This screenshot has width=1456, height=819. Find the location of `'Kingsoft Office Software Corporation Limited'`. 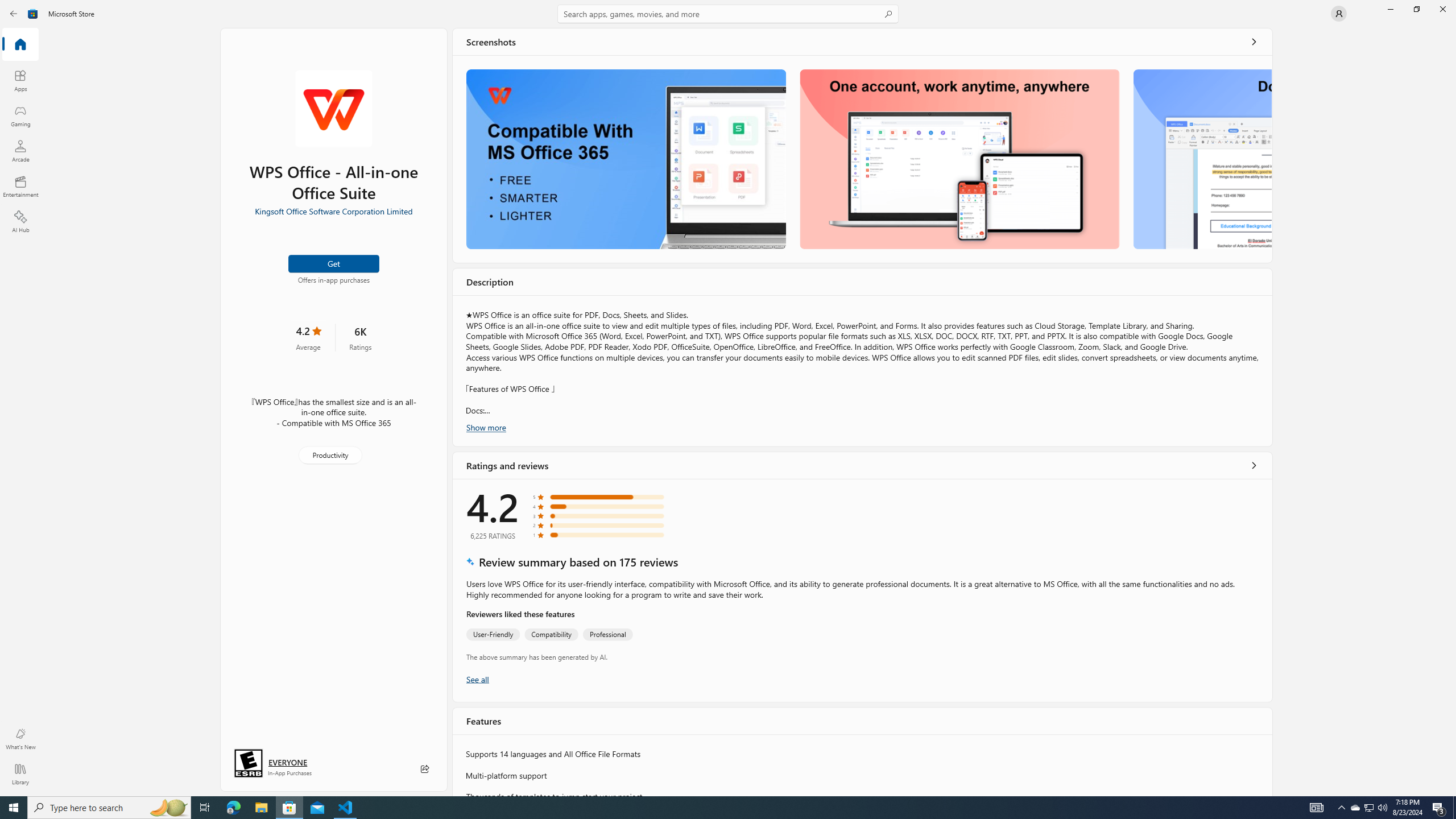

'Kingsoft Office Software Corporation Limited' is located at coordinates (333, 210).